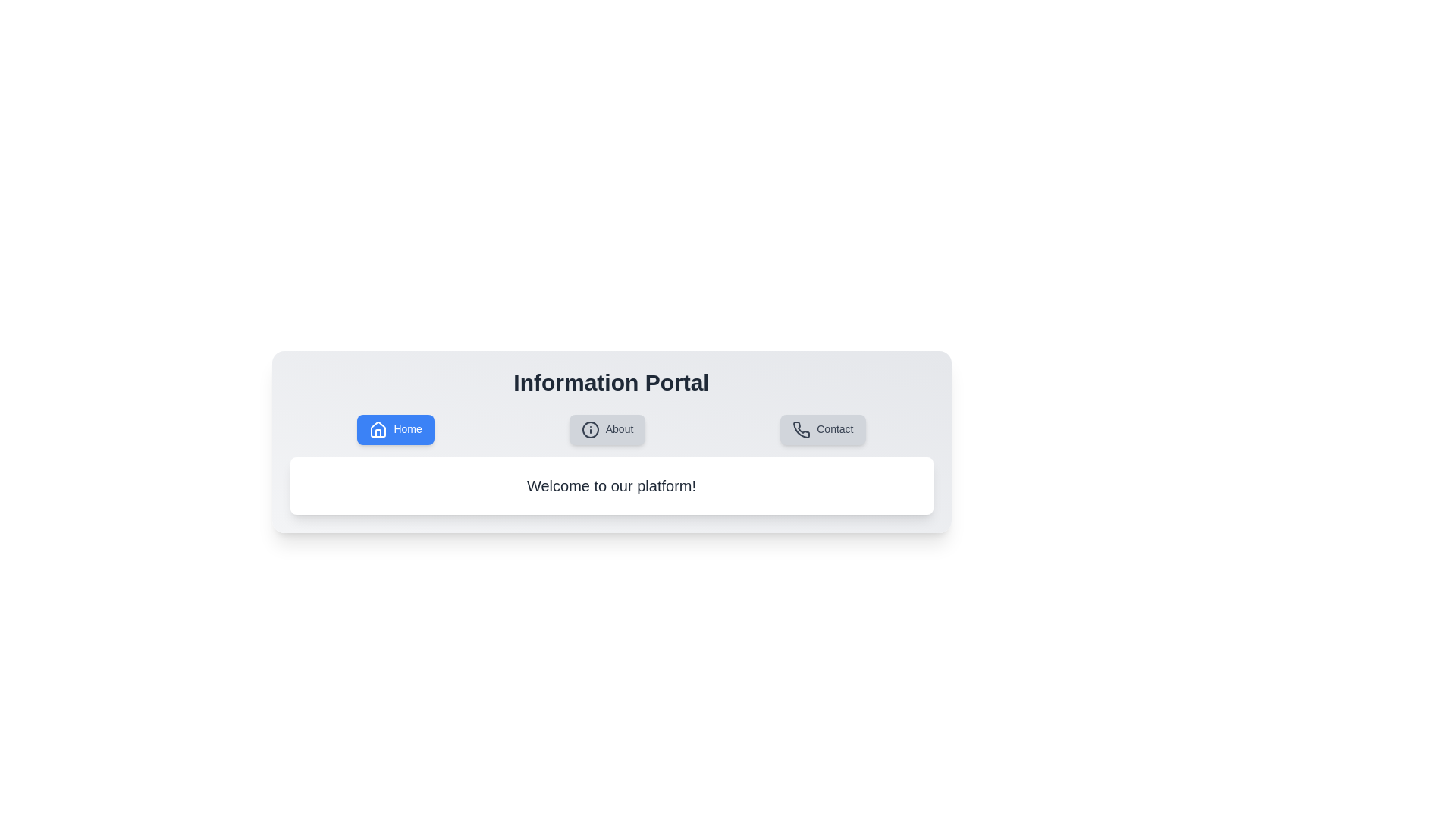 The image size is (1456, 819). Describe the element at coordinates (611, 382) in the screenshot. I see `the Text Label located at the top-center of the interface, which serves as the title or header above the navigational buttons` at that location.